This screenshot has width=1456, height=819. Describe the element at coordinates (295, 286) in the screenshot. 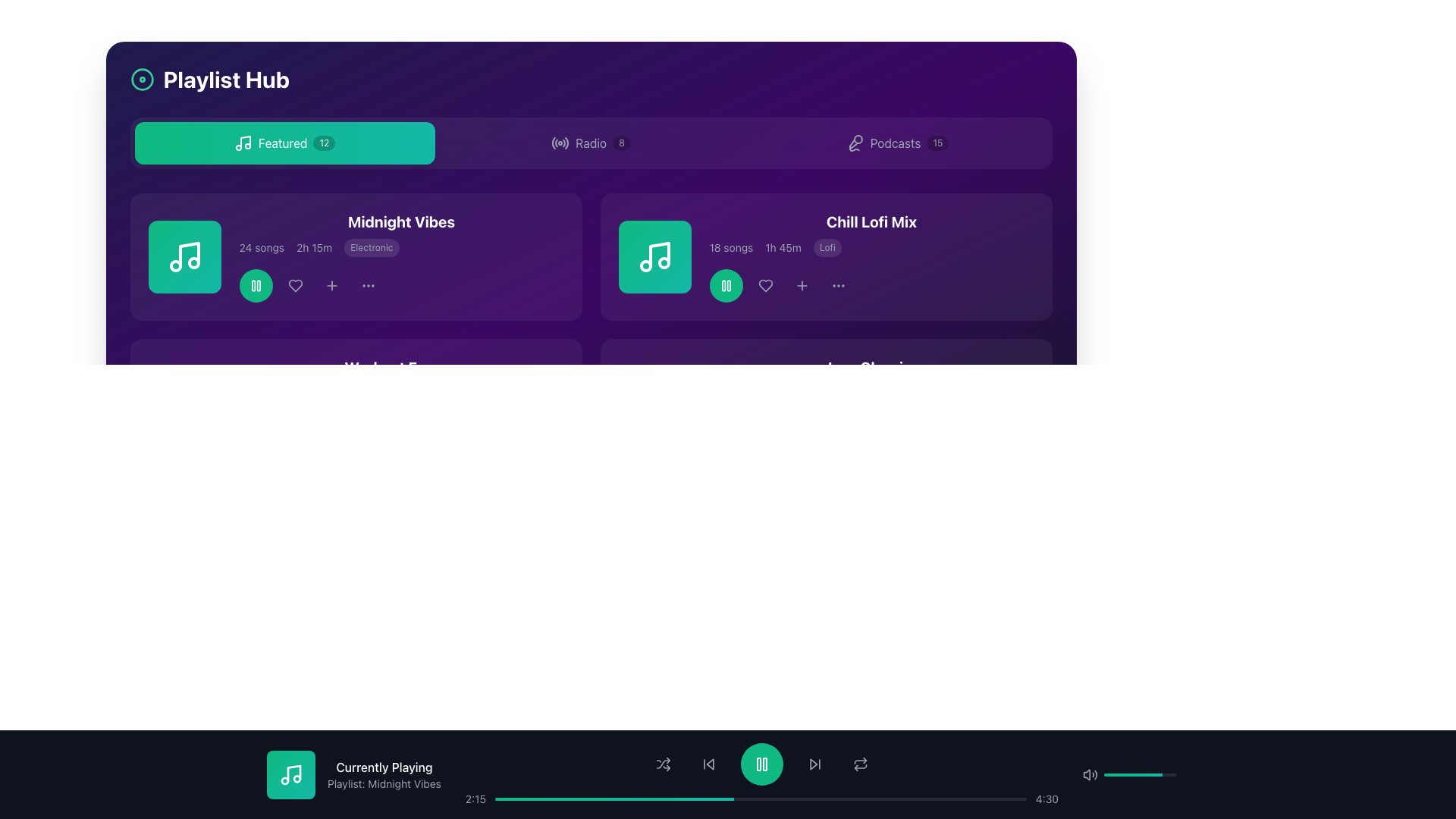

I see `the heart-shaped icon button, which is the second icon from the left in the action buttons group under the 'Midnight Vibes' playlist card` at that location.